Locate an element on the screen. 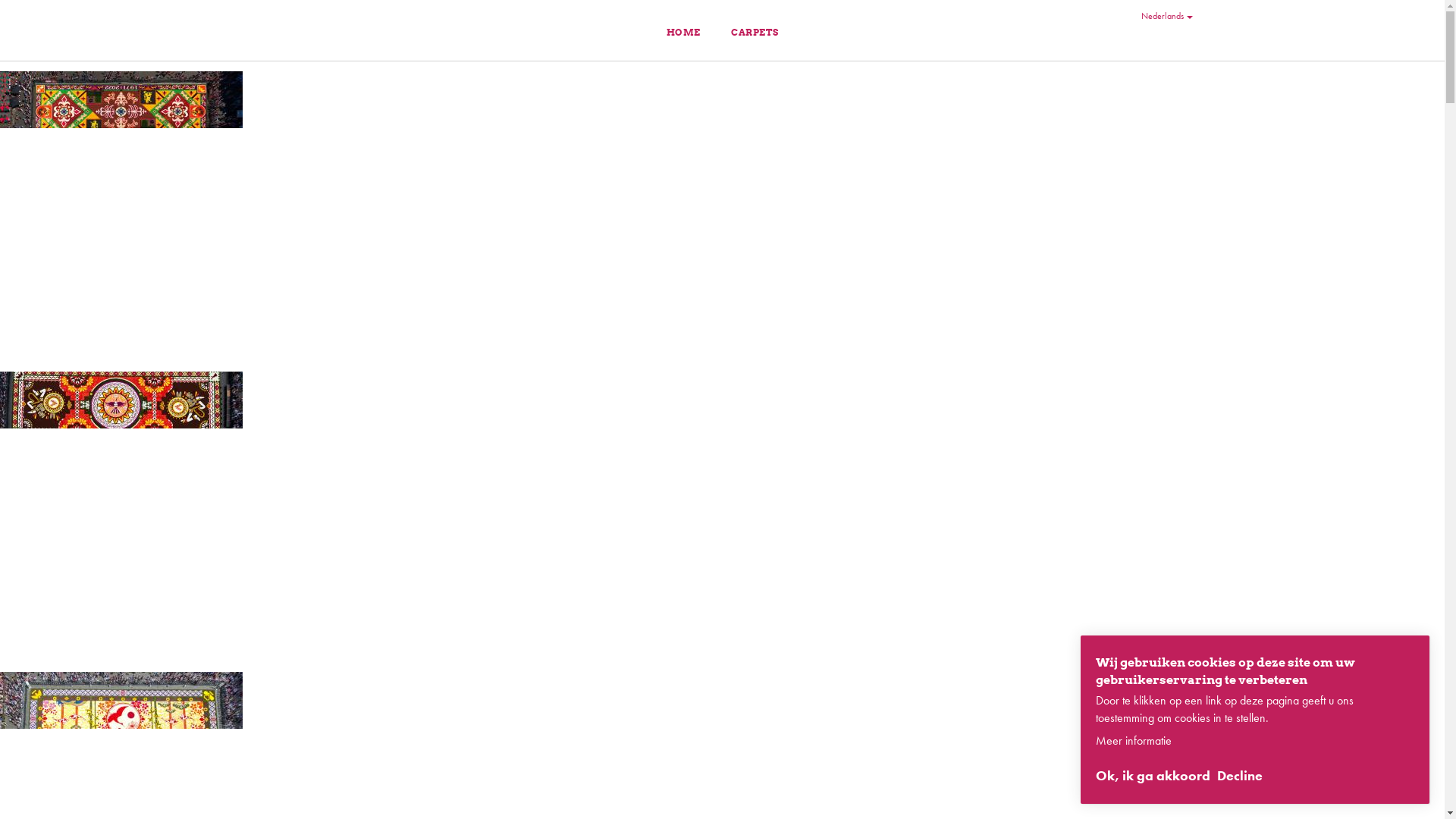 The width and height of the screenshot is (1456, 819). 'Ok, ik ga akkoord' is located at coordinates (1153, 776).